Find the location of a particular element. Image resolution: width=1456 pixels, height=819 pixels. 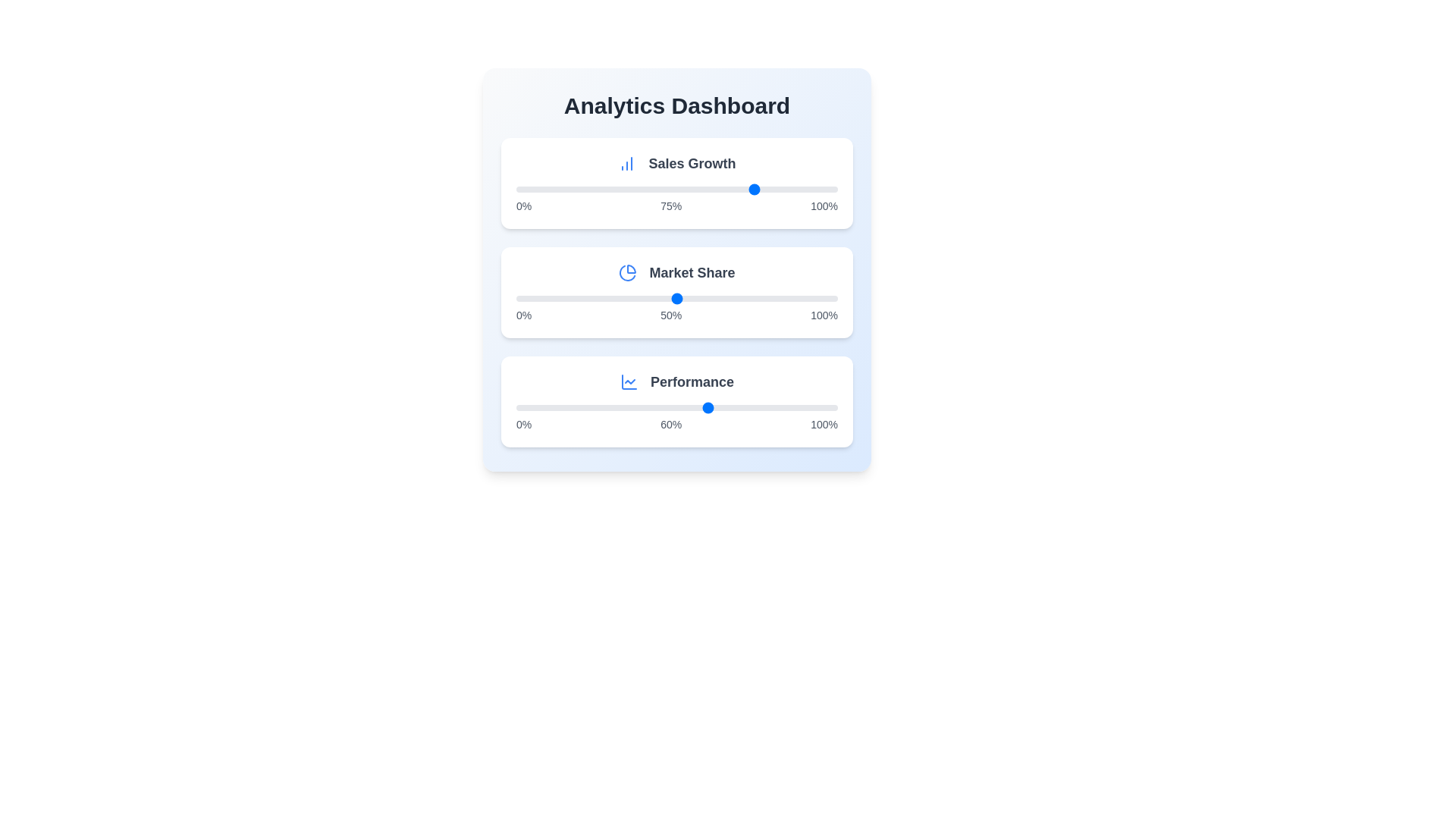

the 'Performance' slider to 68 percent is located at coordinates (735, 406).